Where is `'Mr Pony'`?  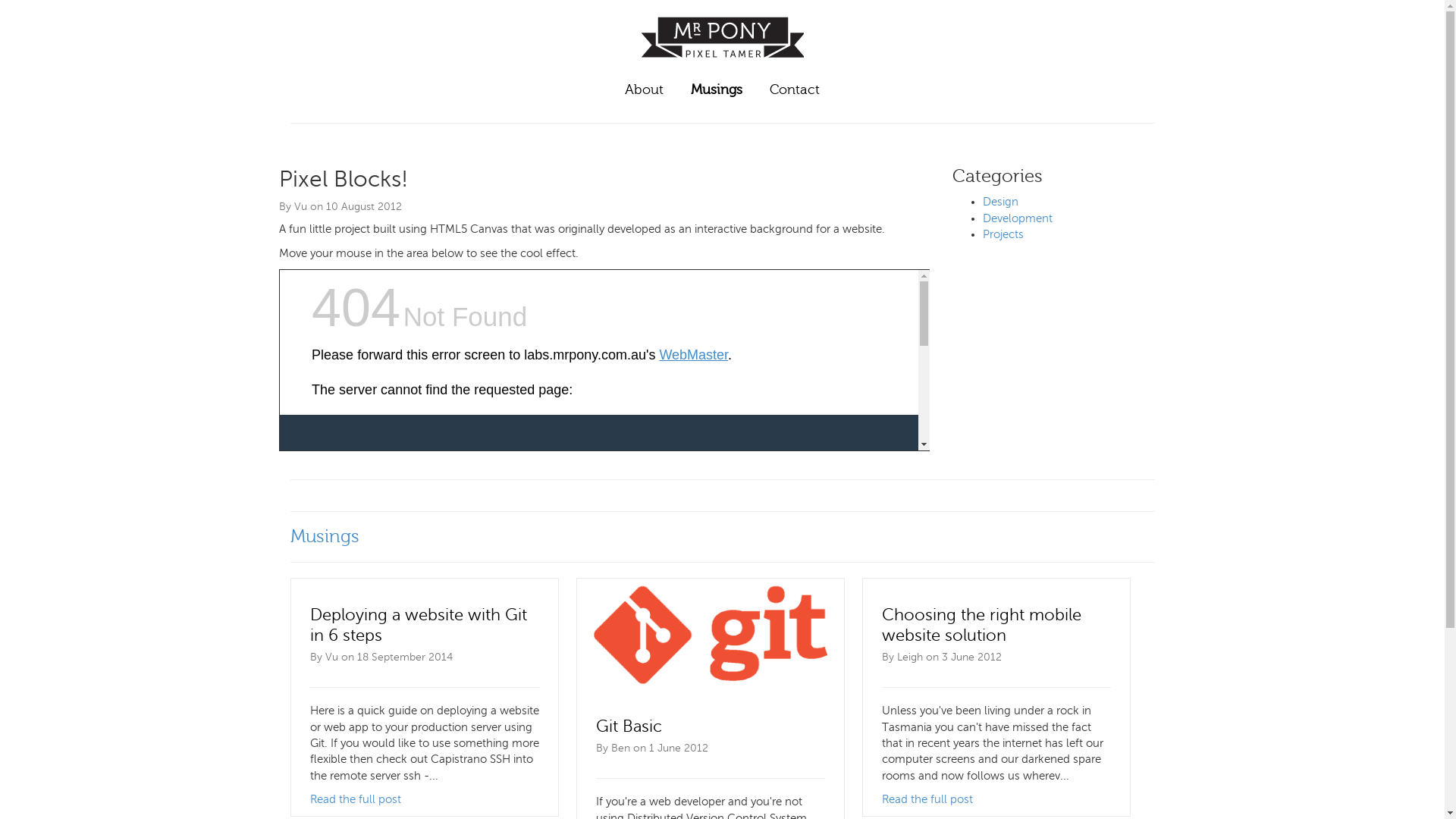 'Mr Pony' is located at coordinates (722, 63).